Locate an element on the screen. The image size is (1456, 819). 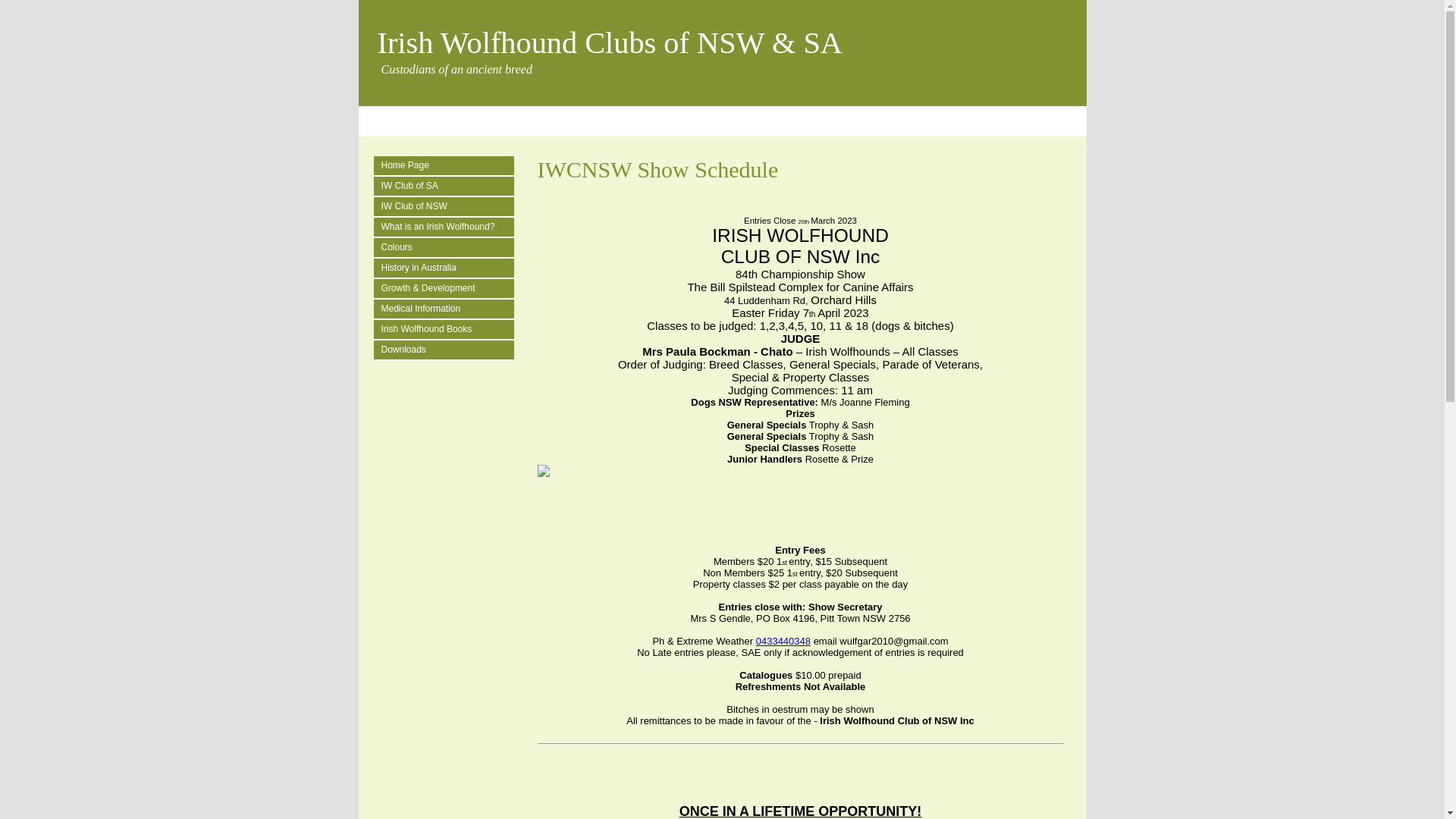
'IW Club of NSW' is located at coordinates (446, 206).